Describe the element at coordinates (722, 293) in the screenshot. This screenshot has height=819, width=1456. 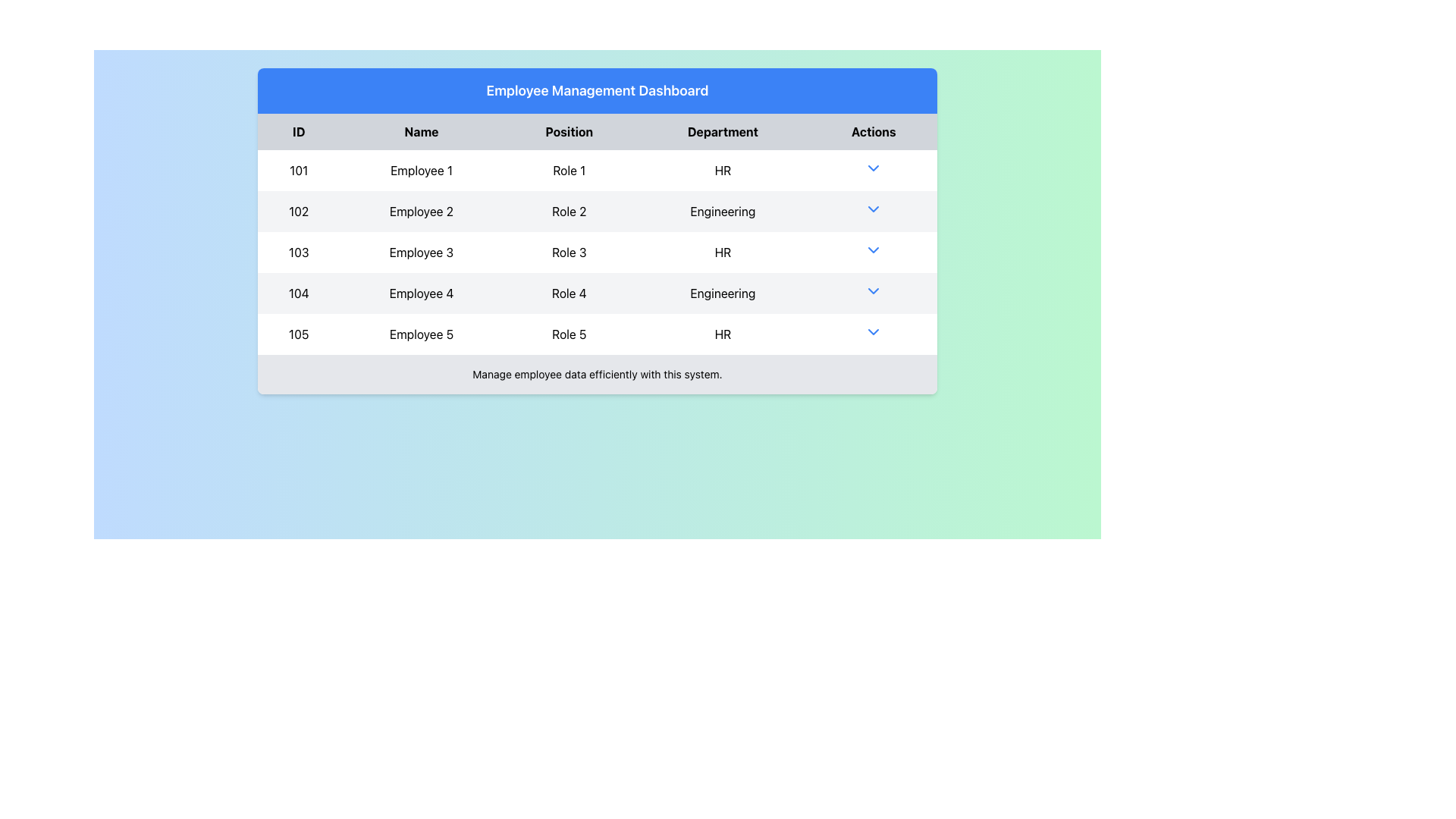
I see `the 'Engineering' text label in the table row for 'Employee 4', which is the fourth cell under the 'Department' column` at that location.